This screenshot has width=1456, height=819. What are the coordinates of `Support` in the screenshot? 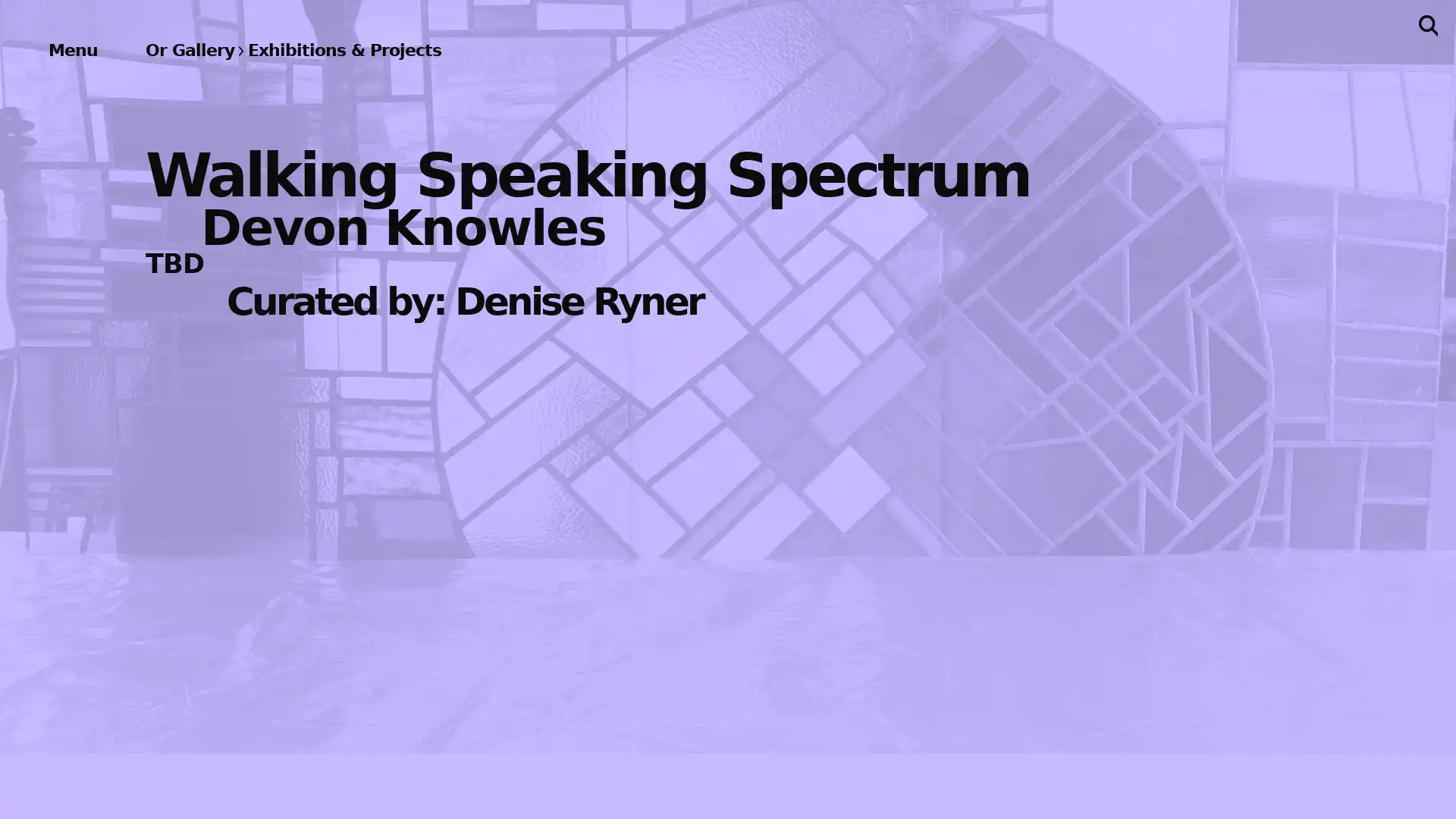 It's located at (329, 672).